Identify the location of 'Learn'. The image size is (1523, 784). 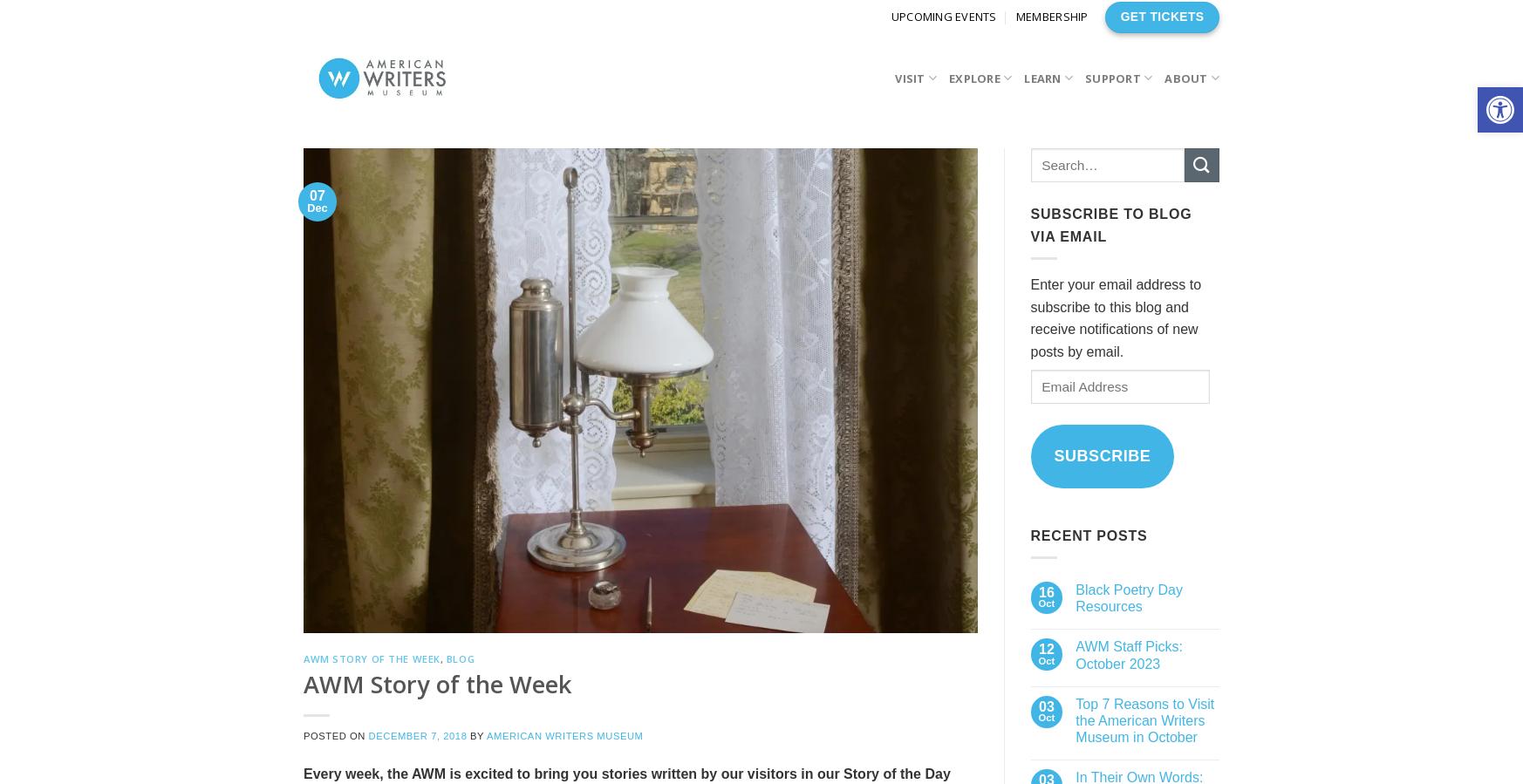
(1042, 77).